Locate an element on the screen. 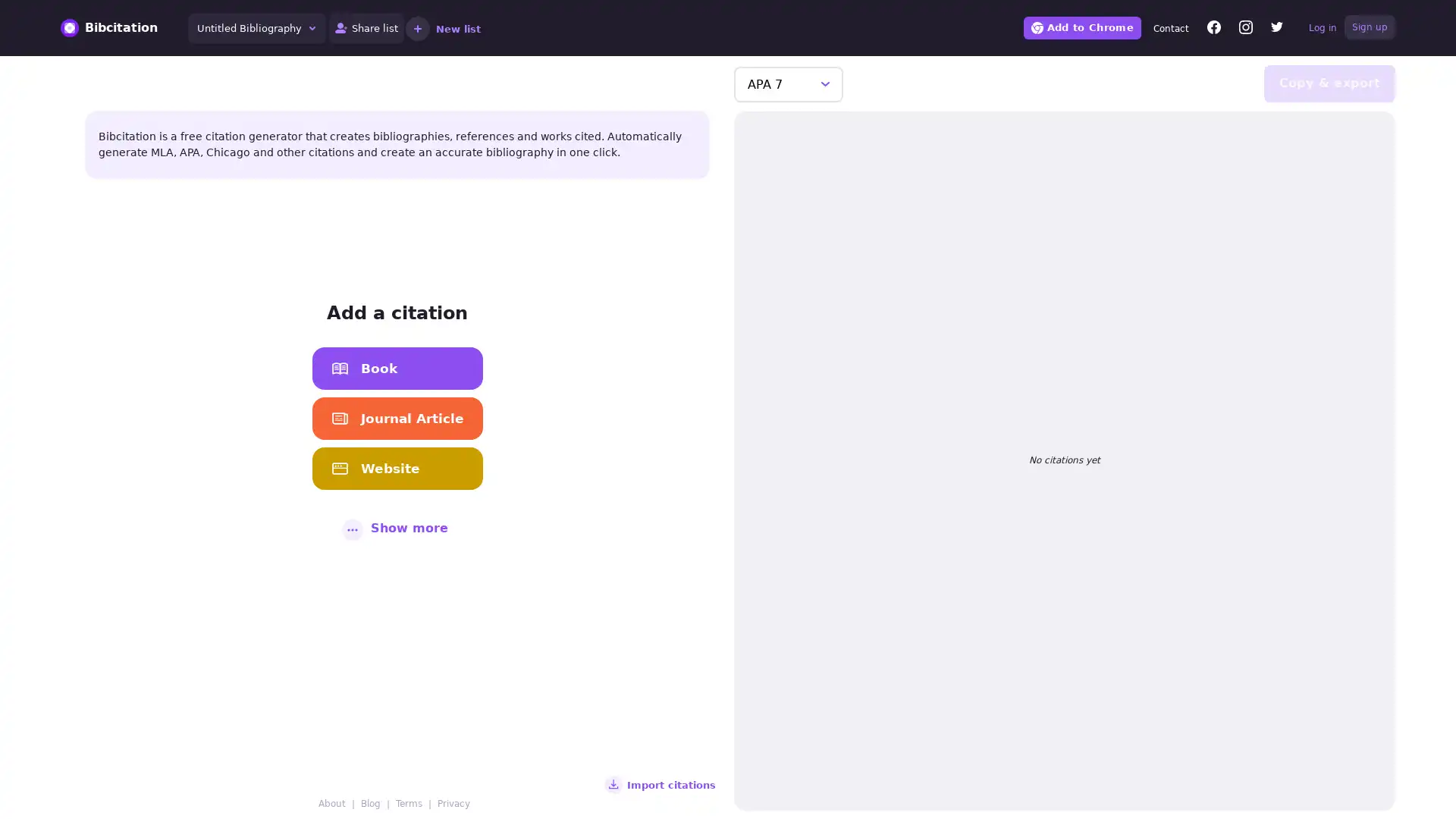 The height and width of the screenshot is (819, 1456). Import citations is located at coordinates (664, 784).